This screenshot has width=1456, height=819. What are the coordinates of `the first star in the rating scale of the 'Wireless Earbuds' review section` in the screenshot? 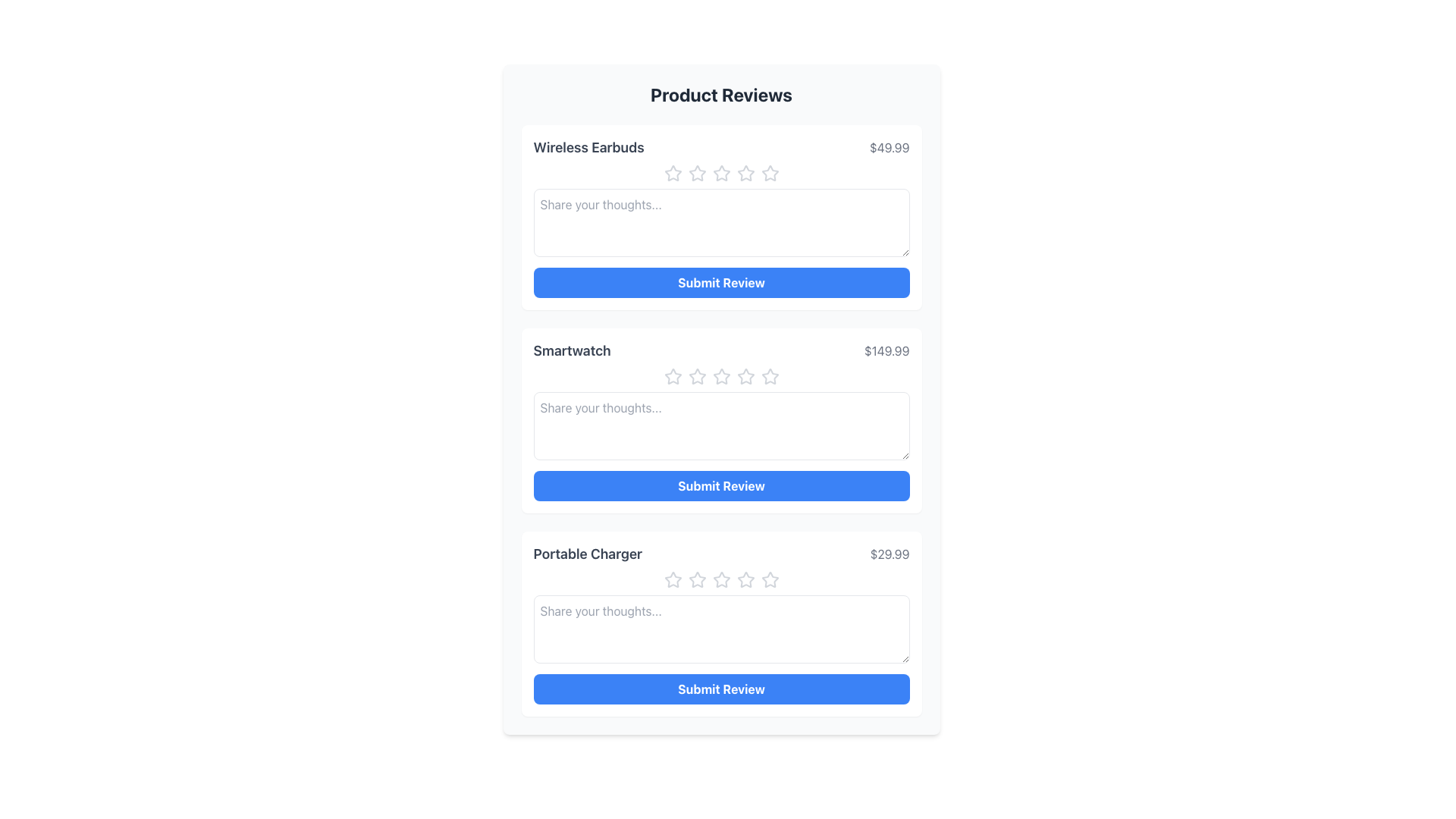 It's located at (672, 172).